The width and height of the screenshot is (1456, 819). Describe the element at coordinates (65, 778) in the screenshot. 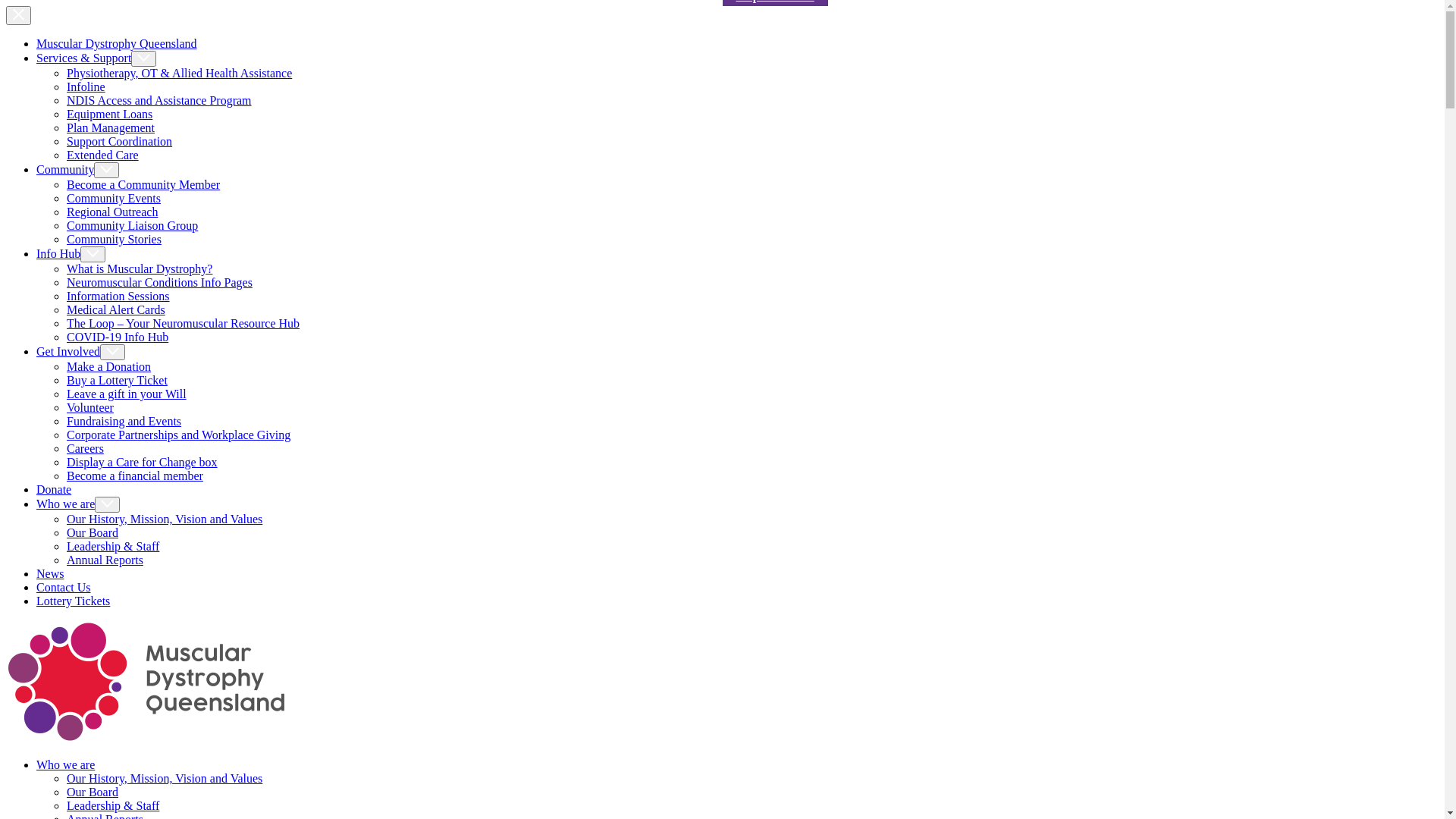

I see `'Our History, Mission, Vision and Values'` at that location.